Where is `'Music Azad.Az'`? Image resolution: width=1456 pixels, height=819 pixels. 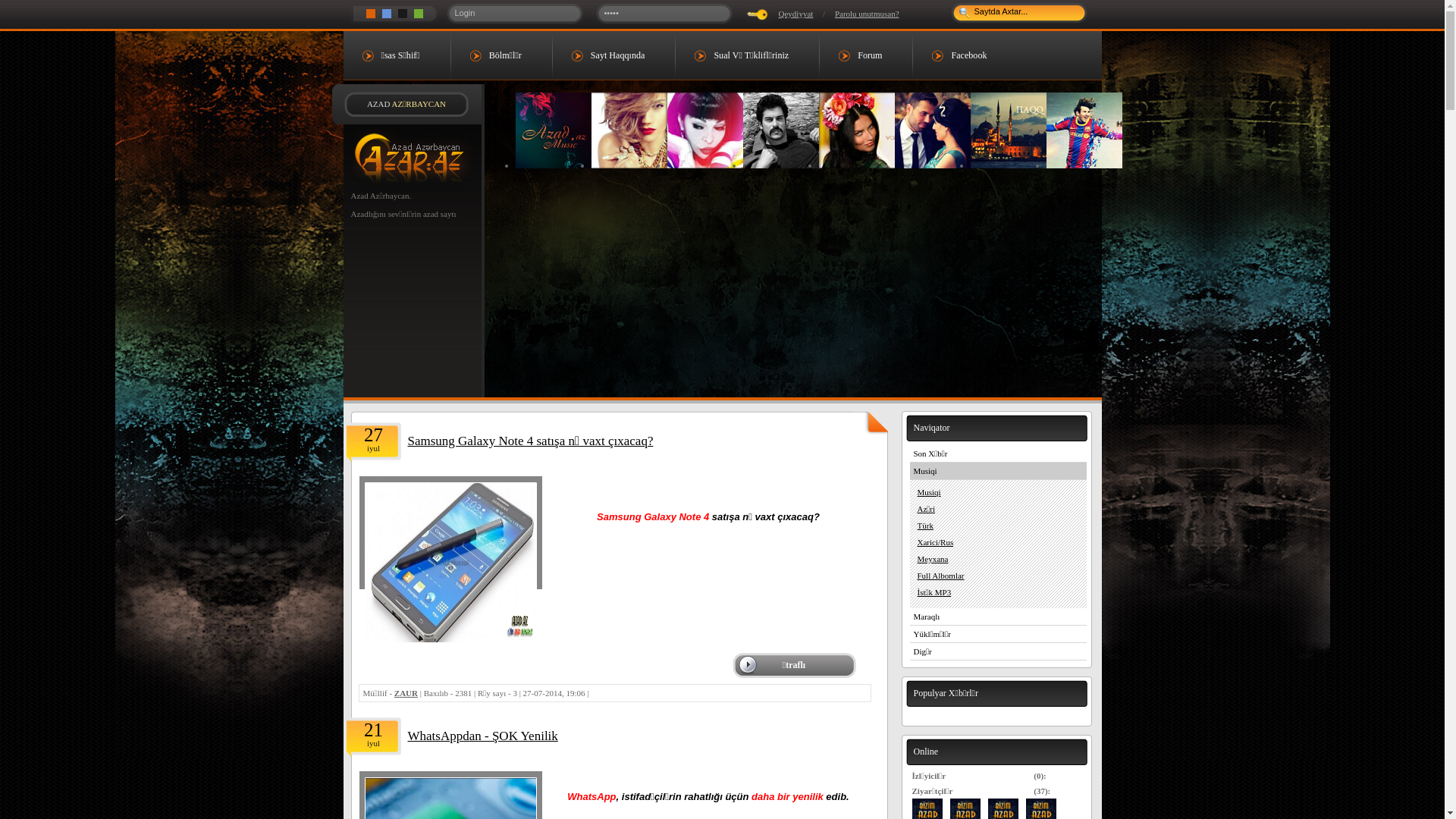 'Music Azad.Az' is located at coordinates (516, 130).